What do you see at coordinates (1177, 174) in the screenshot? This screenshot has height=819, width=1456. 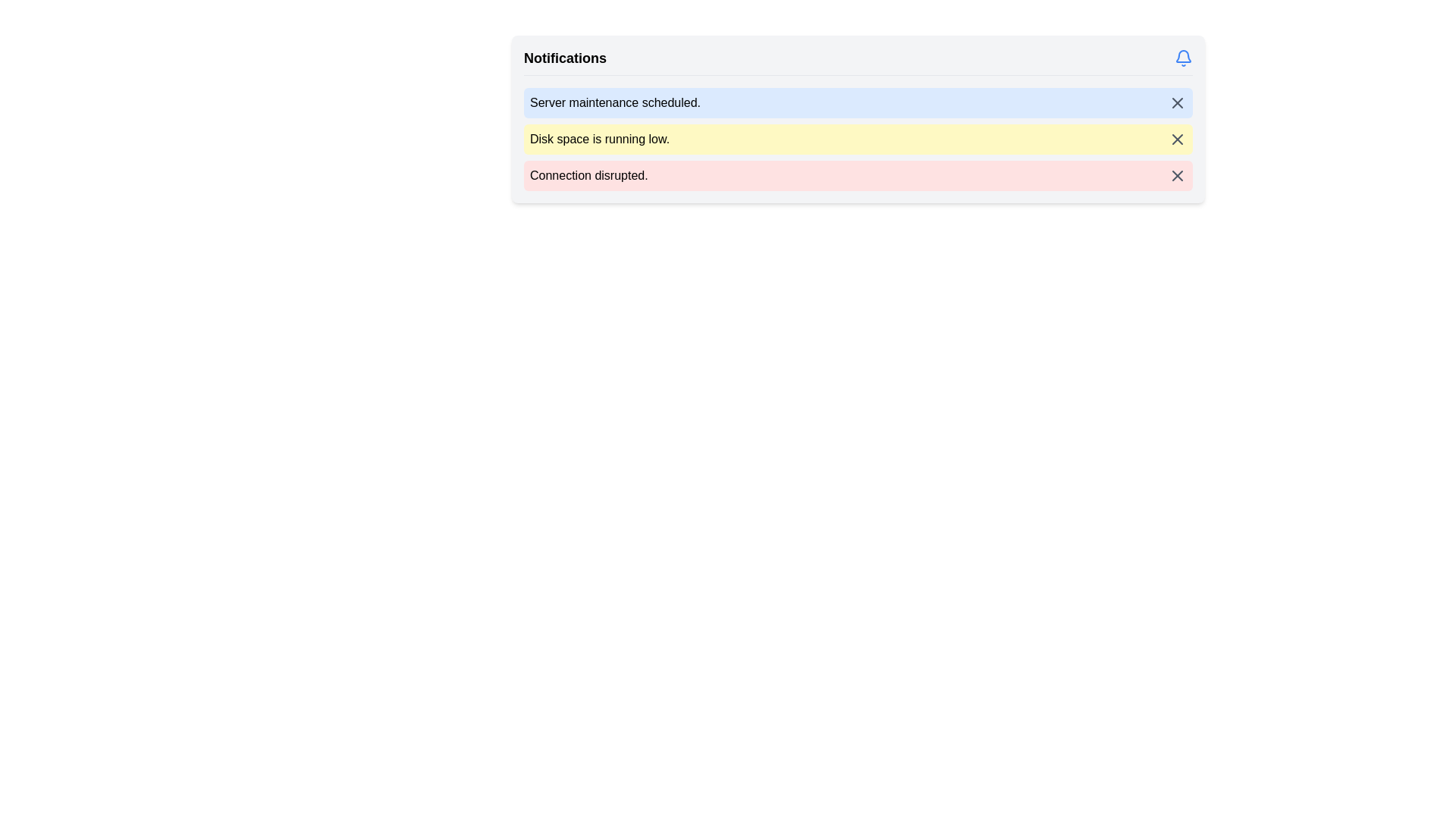 I see `the Close button (styled as an 'X' icon) located at the top-right corner of the notification banner with the 'Connection disrupted.' message` at bounding box center [1177, 174].